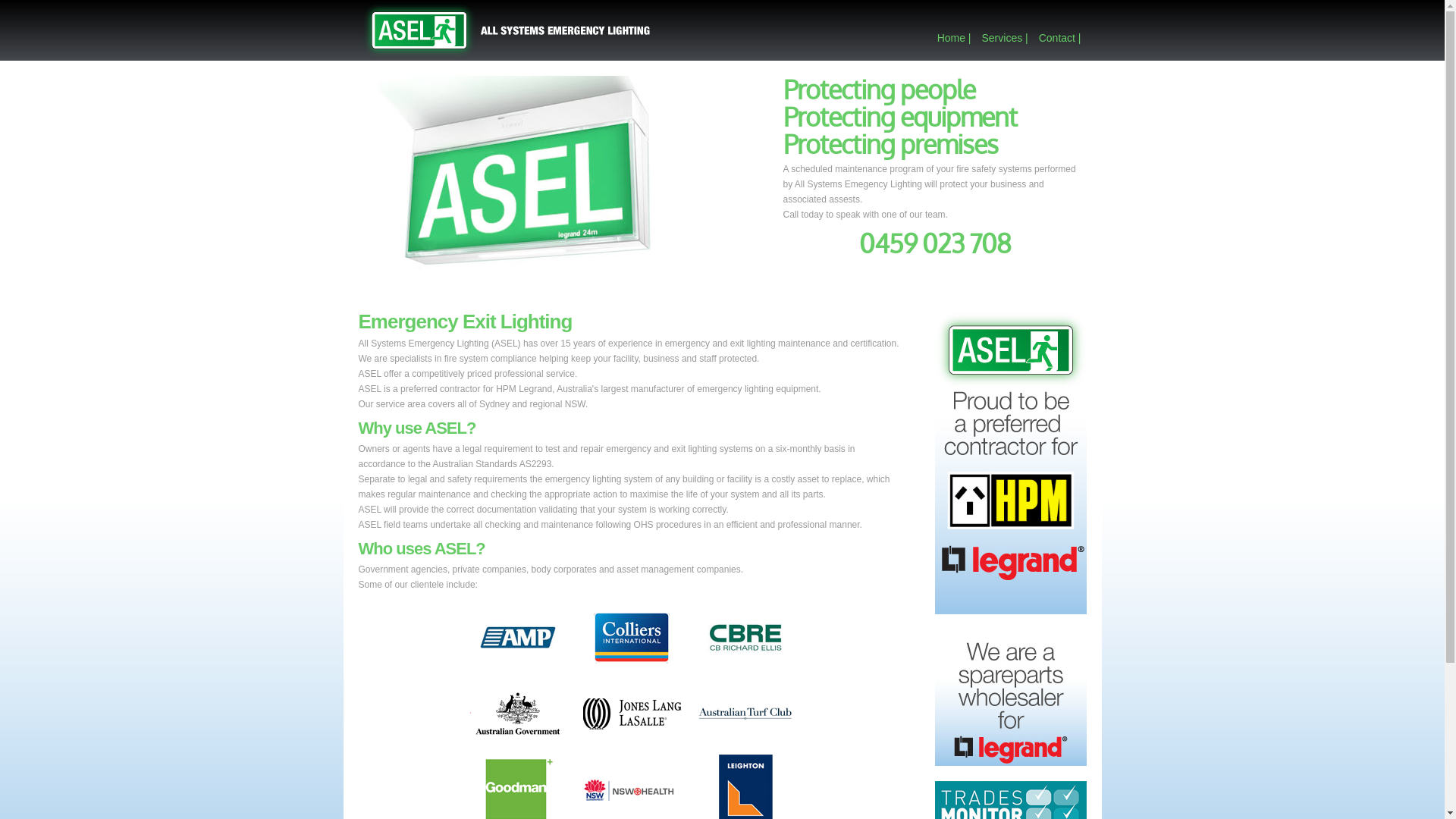 Image resolution: width=1456 pixels, height=819 pixels. What do you see at coordinates (953, 37) in the screenshot?
I see `'Home |'` at bounding box center [953, 37].